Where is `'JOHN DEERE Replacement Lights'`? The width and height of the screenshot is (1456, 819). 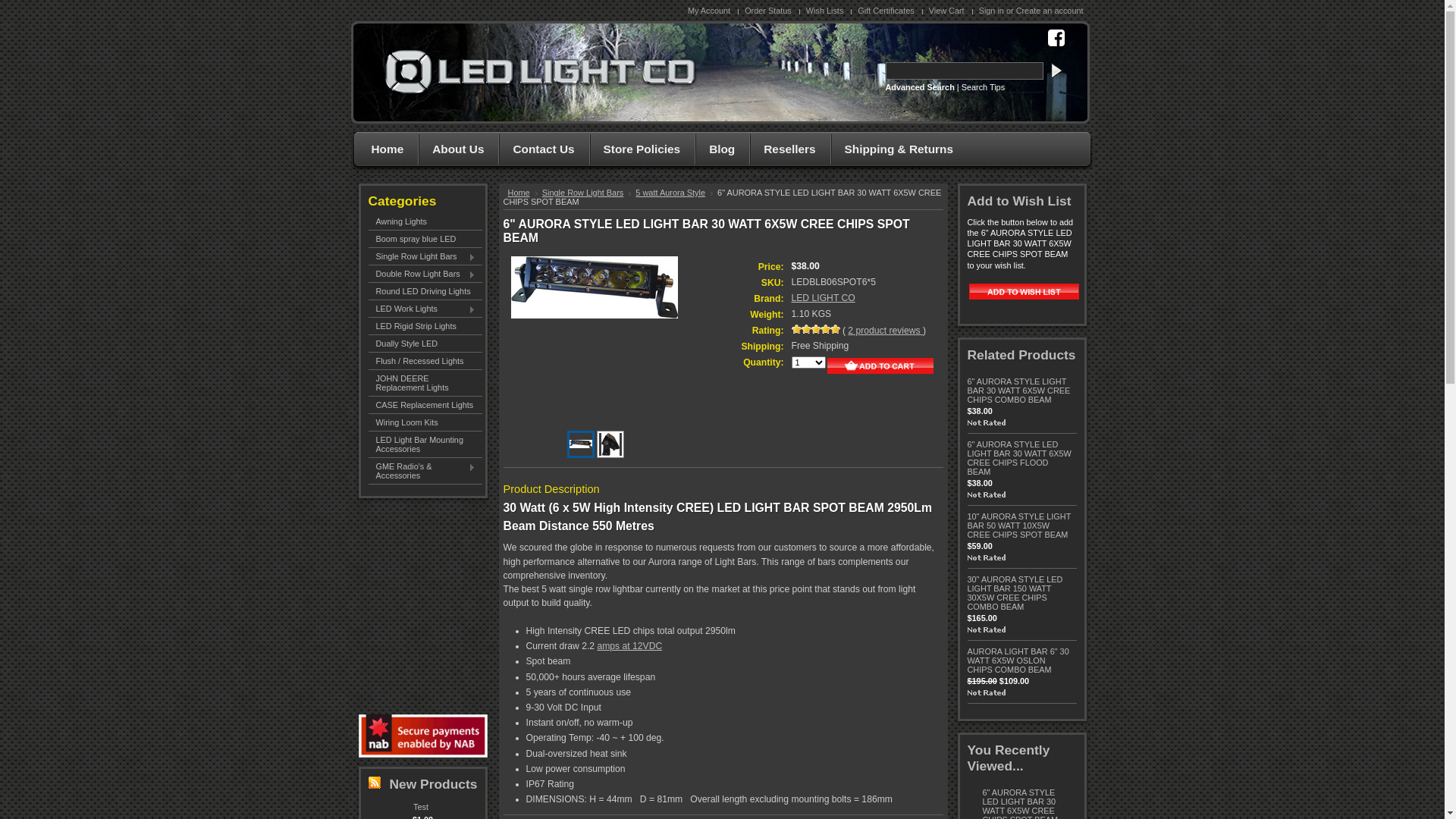
'JOHN DEERE Replacement Lights' is located at coordinates (425, 382).